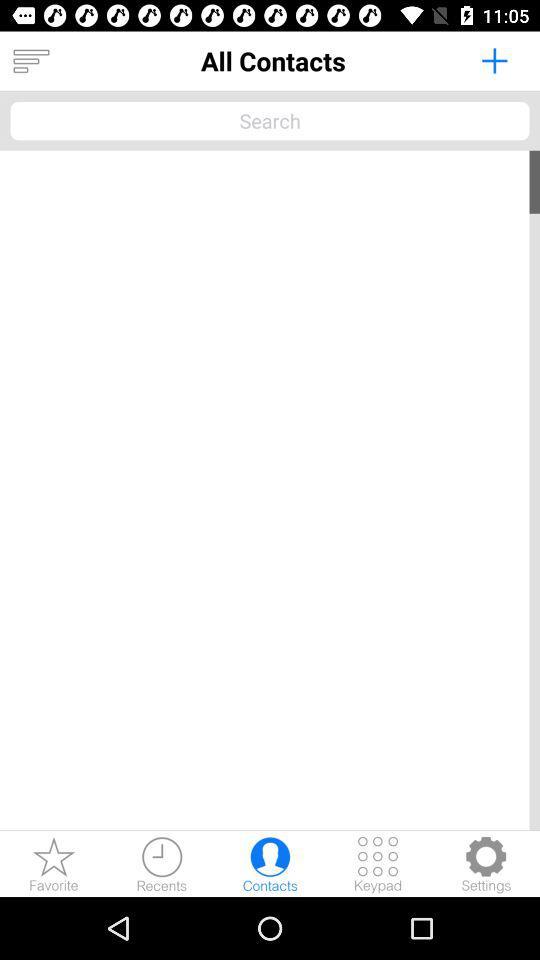  I want to click on the avatar icon, so click(270, 863).